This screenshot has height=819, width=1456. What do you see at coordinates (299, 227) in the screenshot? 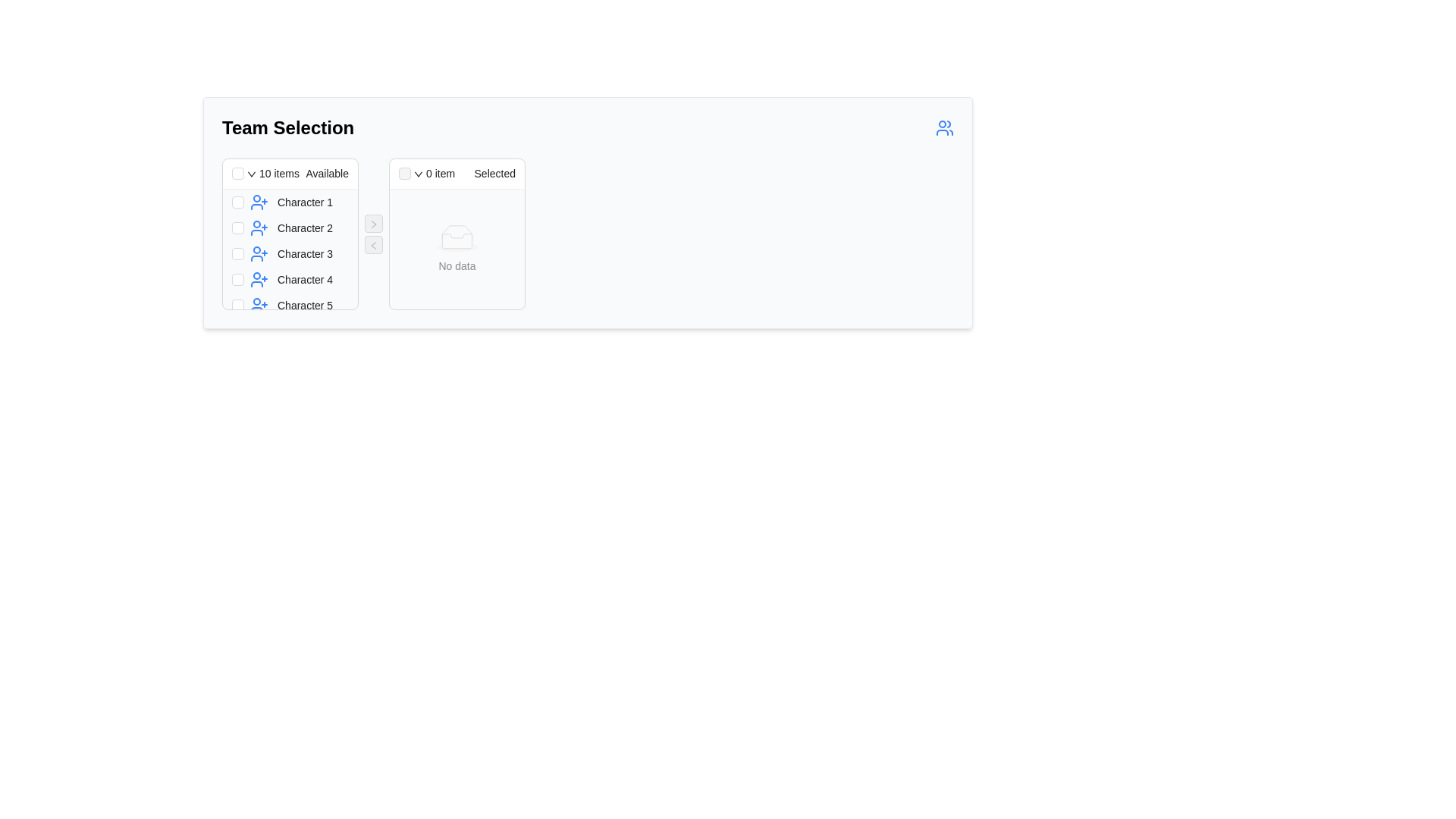
I see `the list entry displaying 'Character 2' with a user icon and plus sign to observe its styling` at bounding box center [299, 227].